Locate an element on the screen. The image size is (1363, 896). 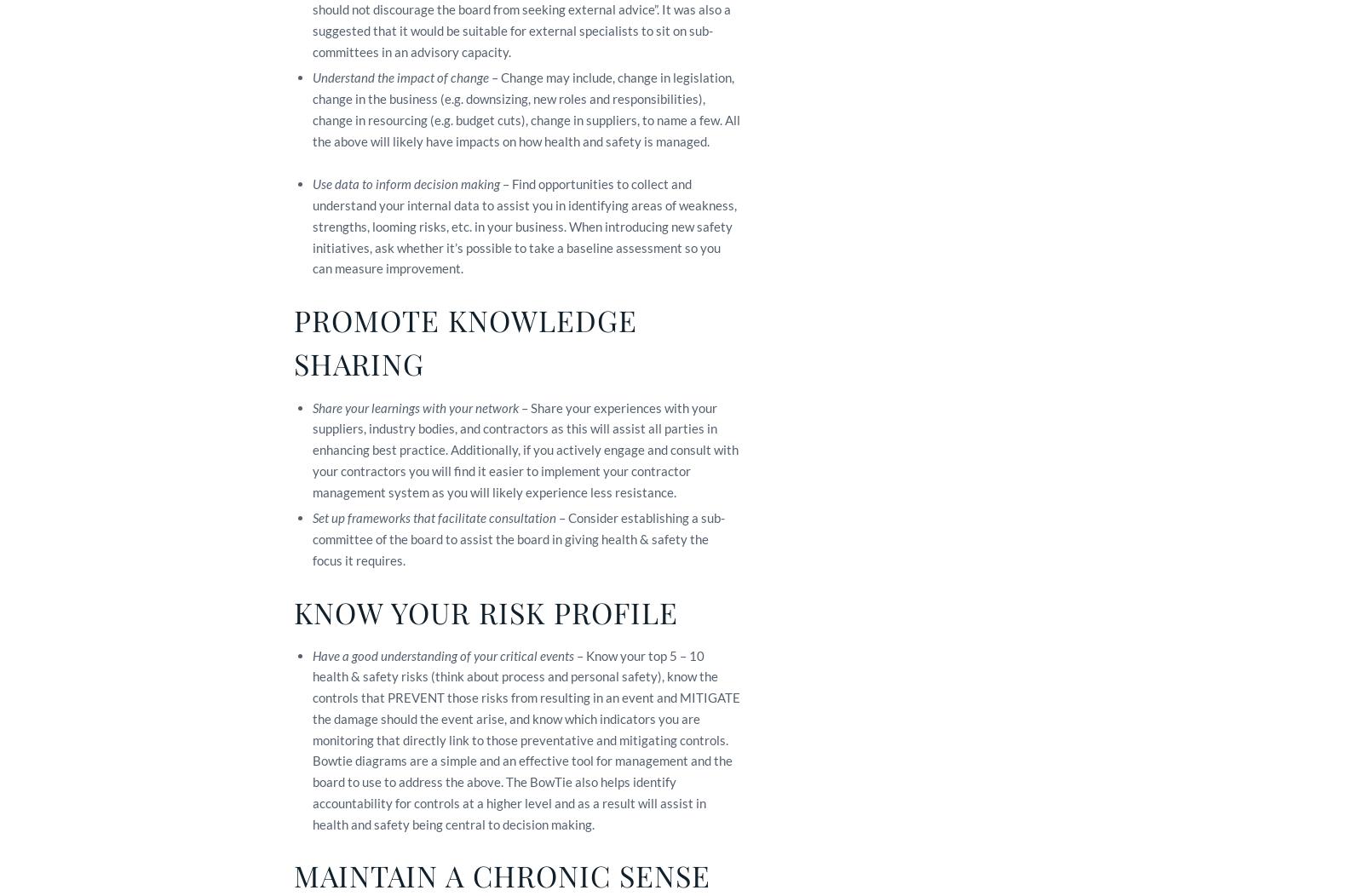
'Have a good understanding of your critical events' is located at coordinates (442, 654).